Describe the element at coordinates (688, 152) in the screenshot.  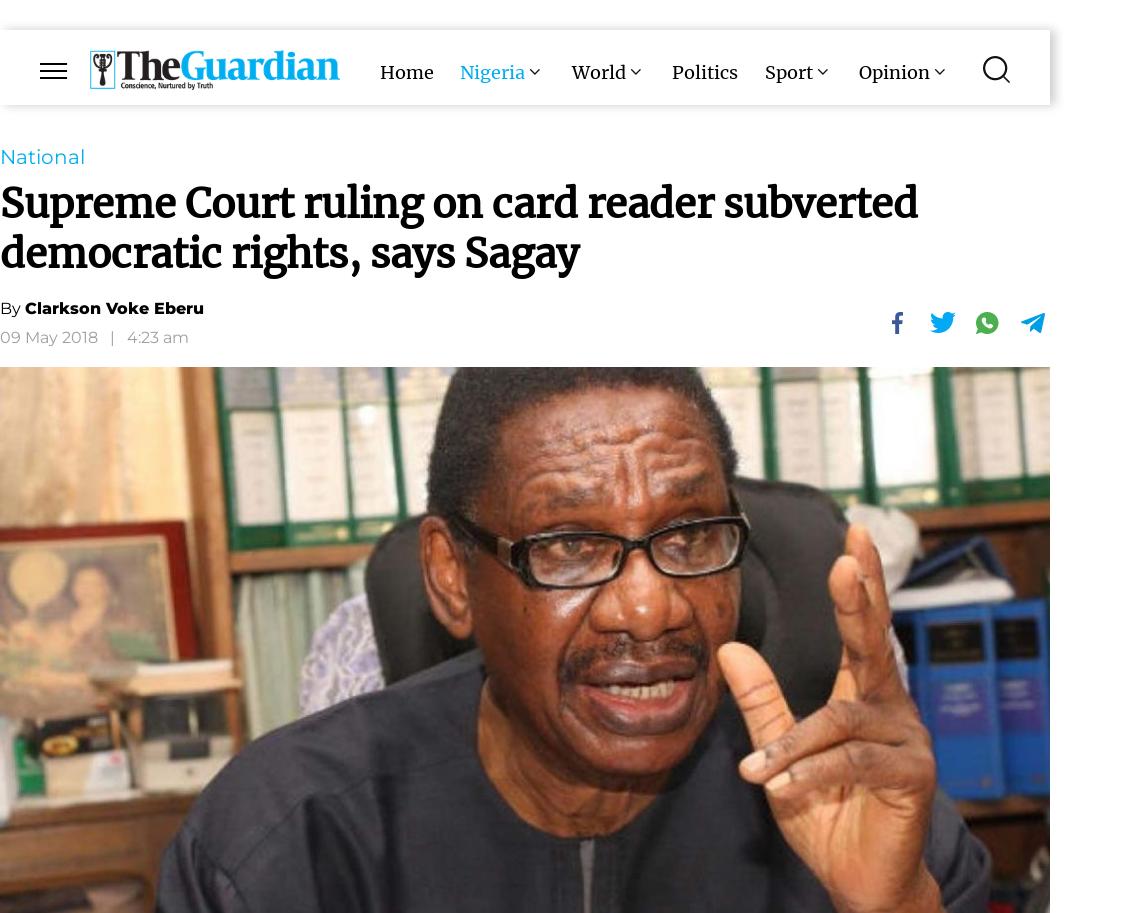
I see `'Cartoons'` at that location.